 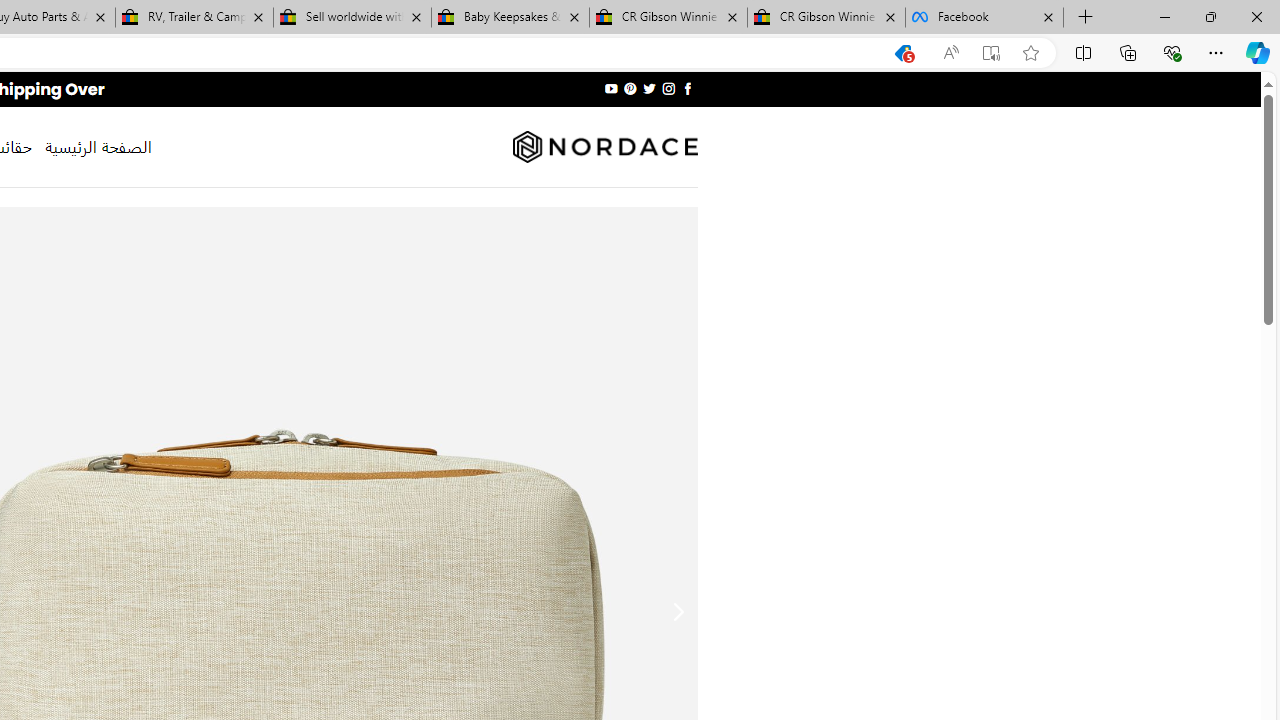 What do you see at coordinates (1257, 51) in the screenshot?
I see `'Copilot (Ctrl+Shift+.)'` at bounding box center [1257, 51].